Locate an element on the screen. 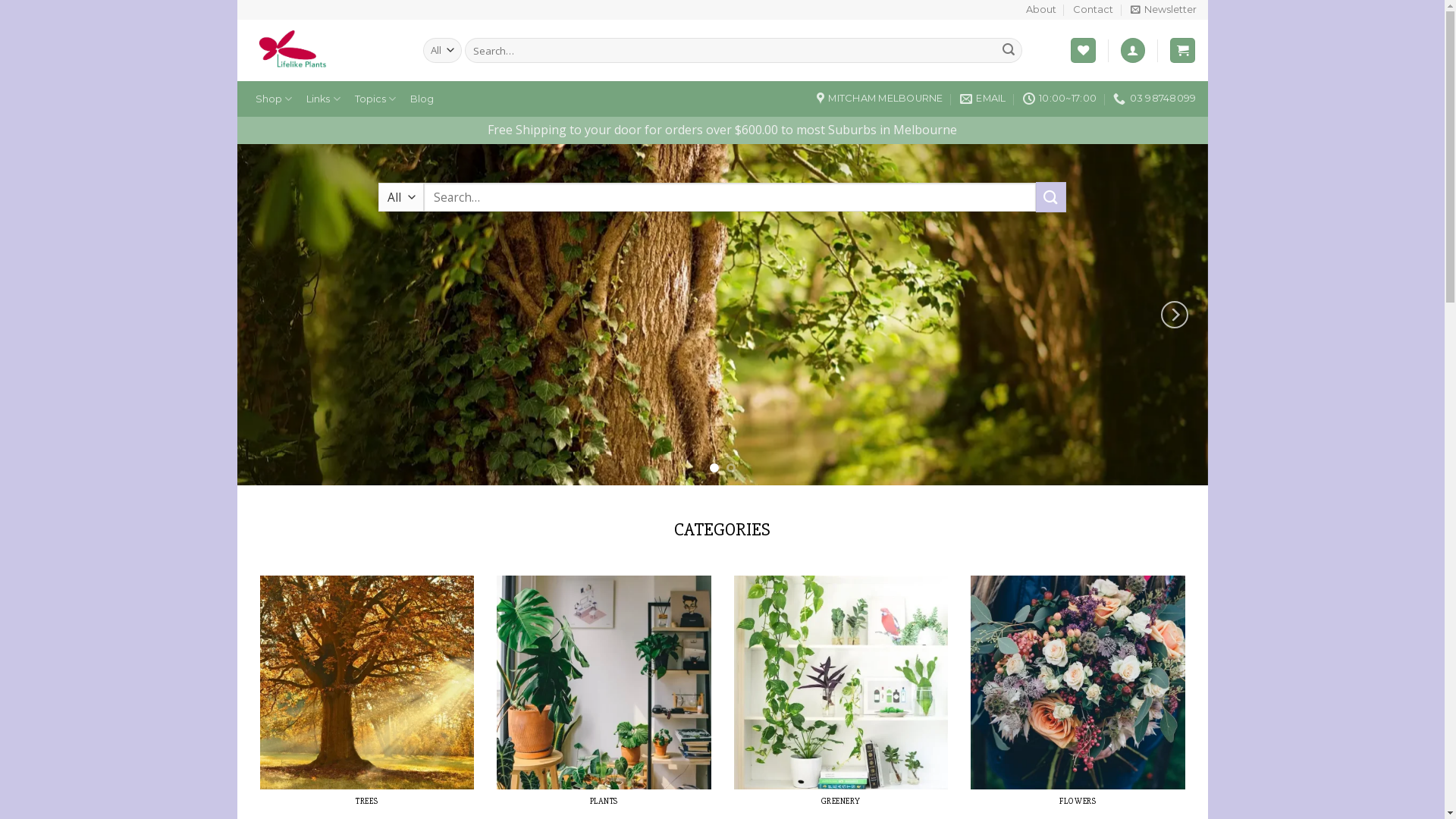  'Shop' is located at coordinates (248, 99).